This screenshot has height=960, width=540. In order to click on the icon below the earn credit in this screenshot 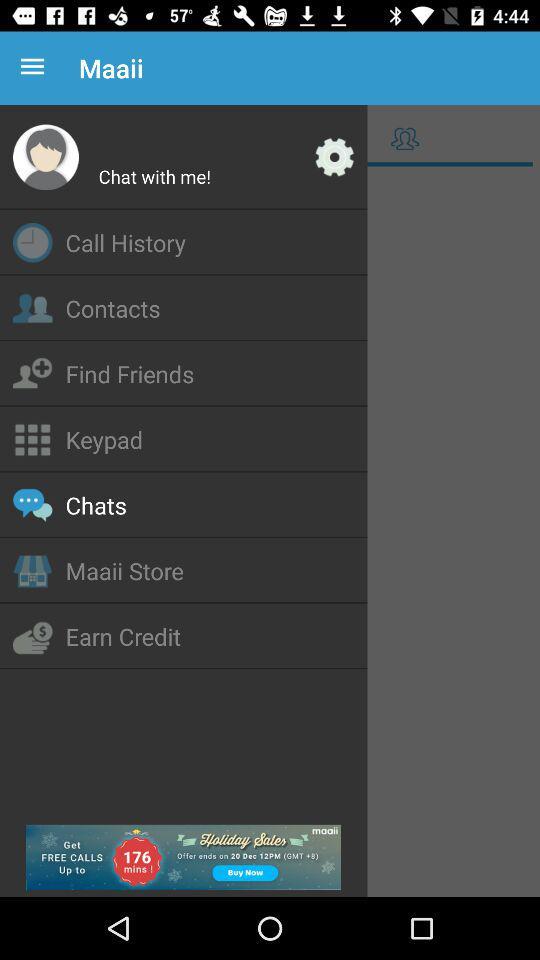, I will do `click(183, 856)`.